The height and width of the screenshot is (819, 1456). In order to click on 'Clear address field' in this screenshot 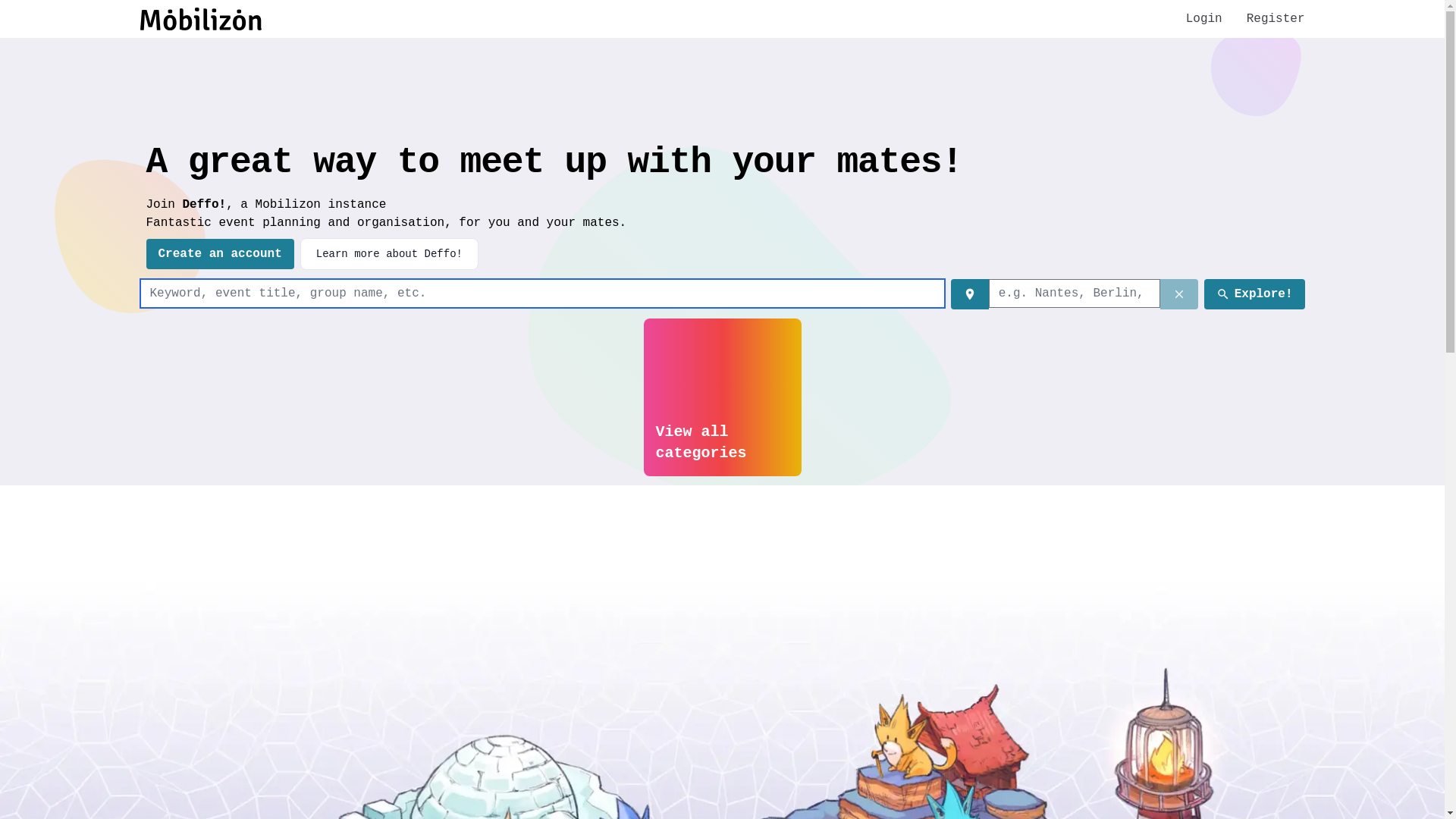, I will do `click(1178, 294)`.